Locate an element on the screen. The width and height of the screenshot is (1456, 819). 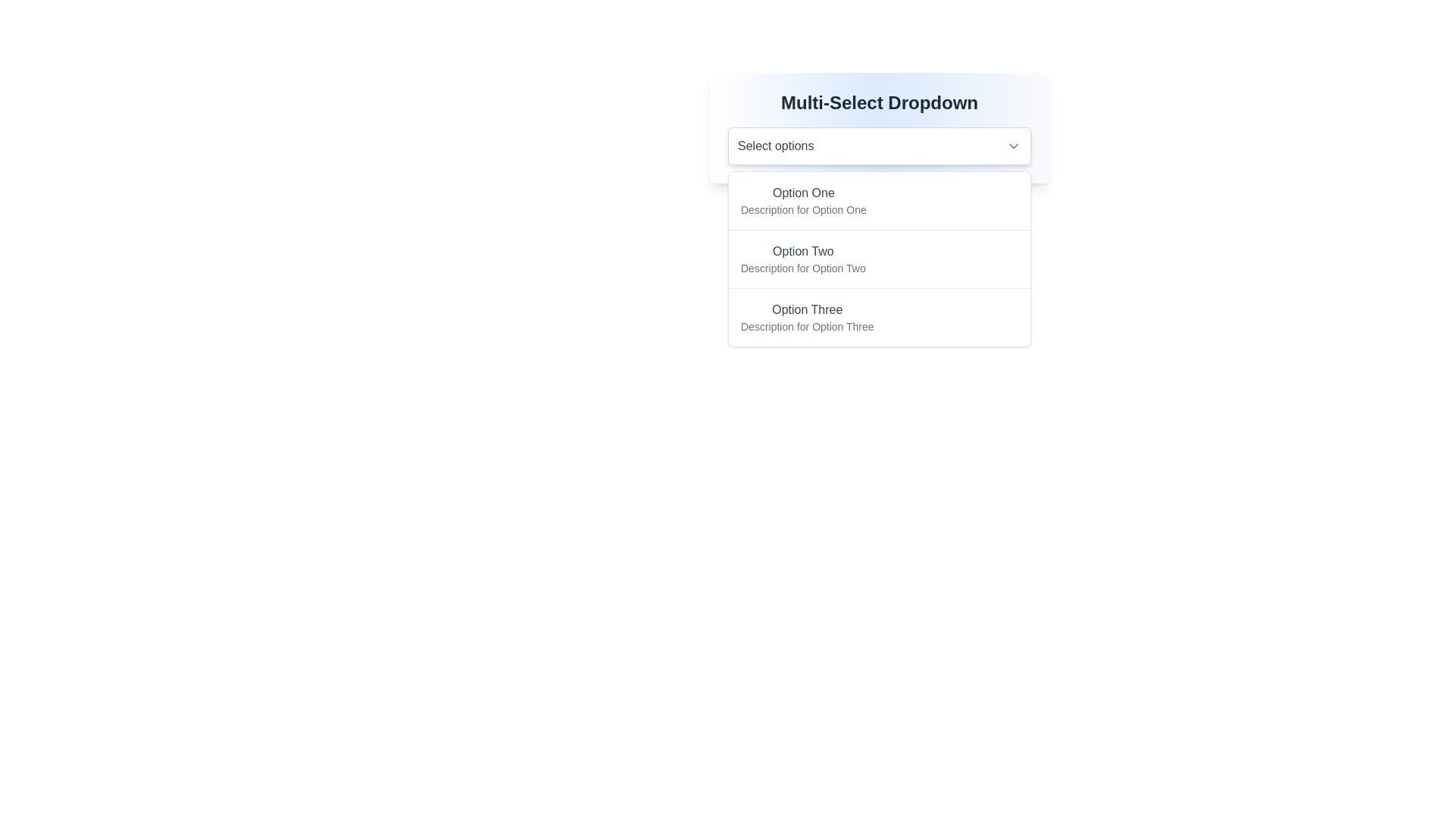
the multi-select dropdown options is located at coordinates (880, 127).